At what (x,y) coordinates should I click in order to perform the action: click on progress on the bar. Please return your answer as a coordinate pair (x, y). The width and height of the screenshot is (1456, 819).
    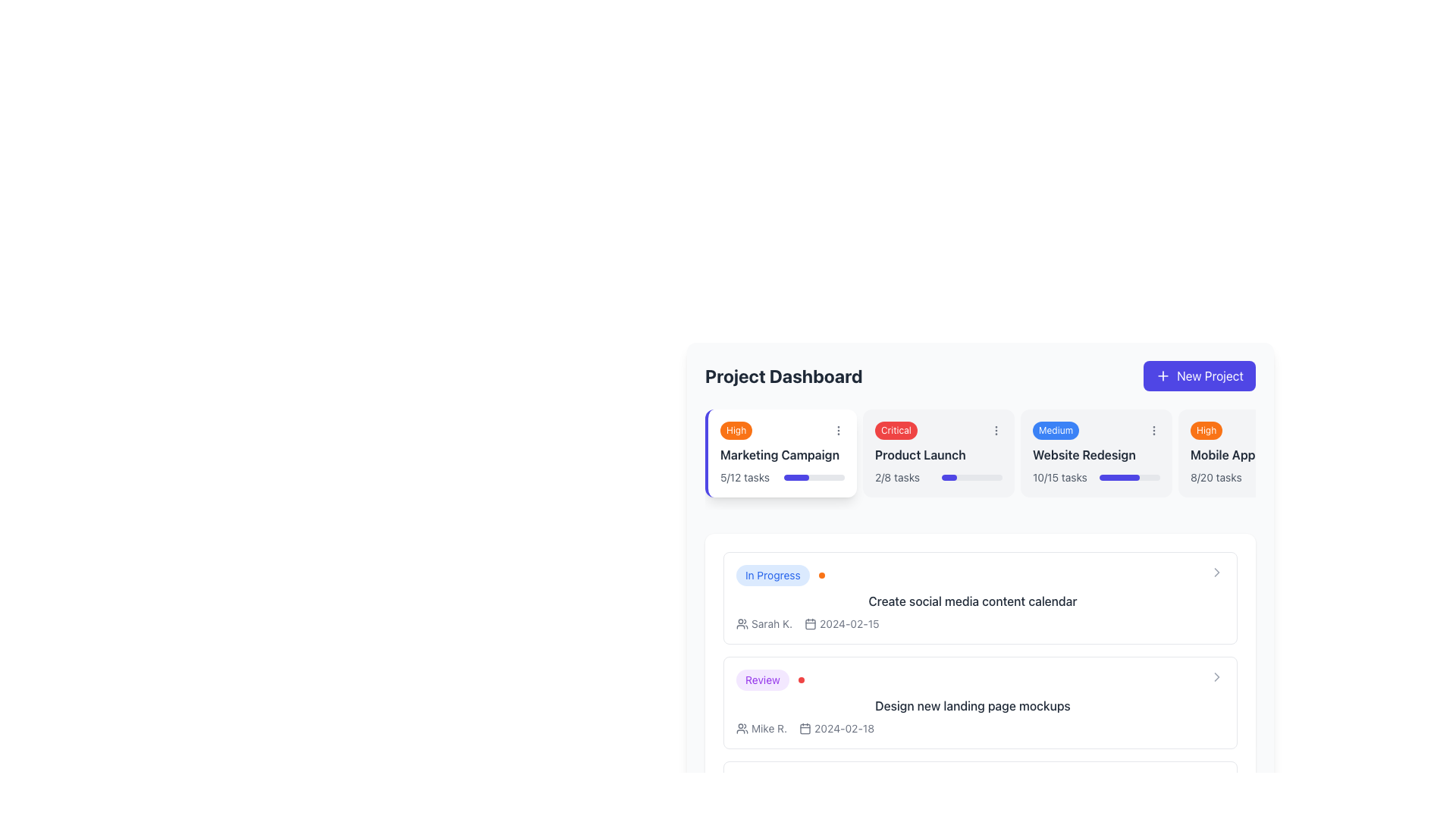
    Looking at the image, I should click on (821, 476).